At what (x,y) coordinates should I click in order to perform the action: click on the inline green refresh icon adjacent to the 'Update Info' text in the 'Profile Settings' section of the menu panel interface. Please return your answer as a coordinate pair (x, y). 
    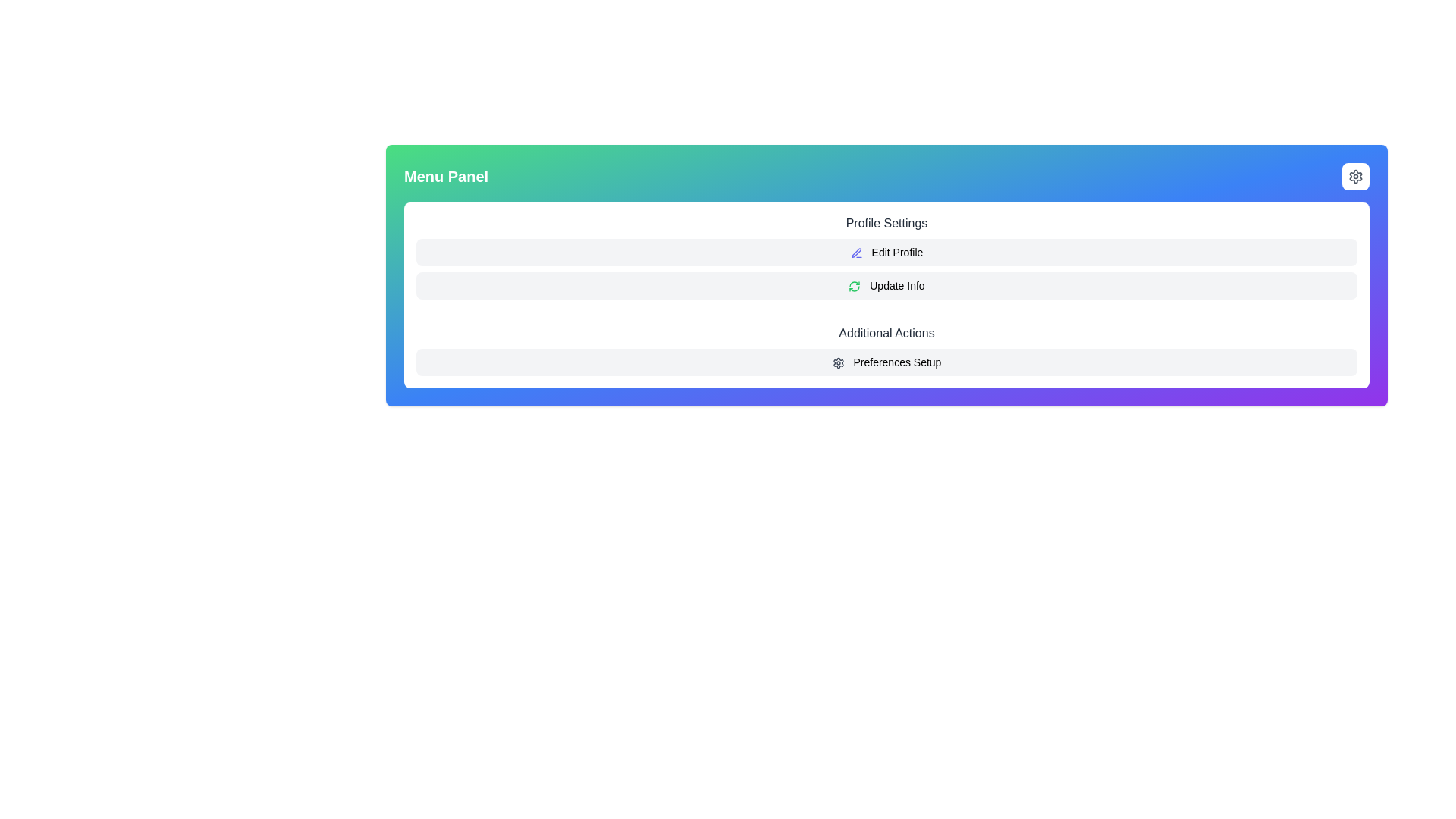
    Looking at the image, I should click on (855, 287).